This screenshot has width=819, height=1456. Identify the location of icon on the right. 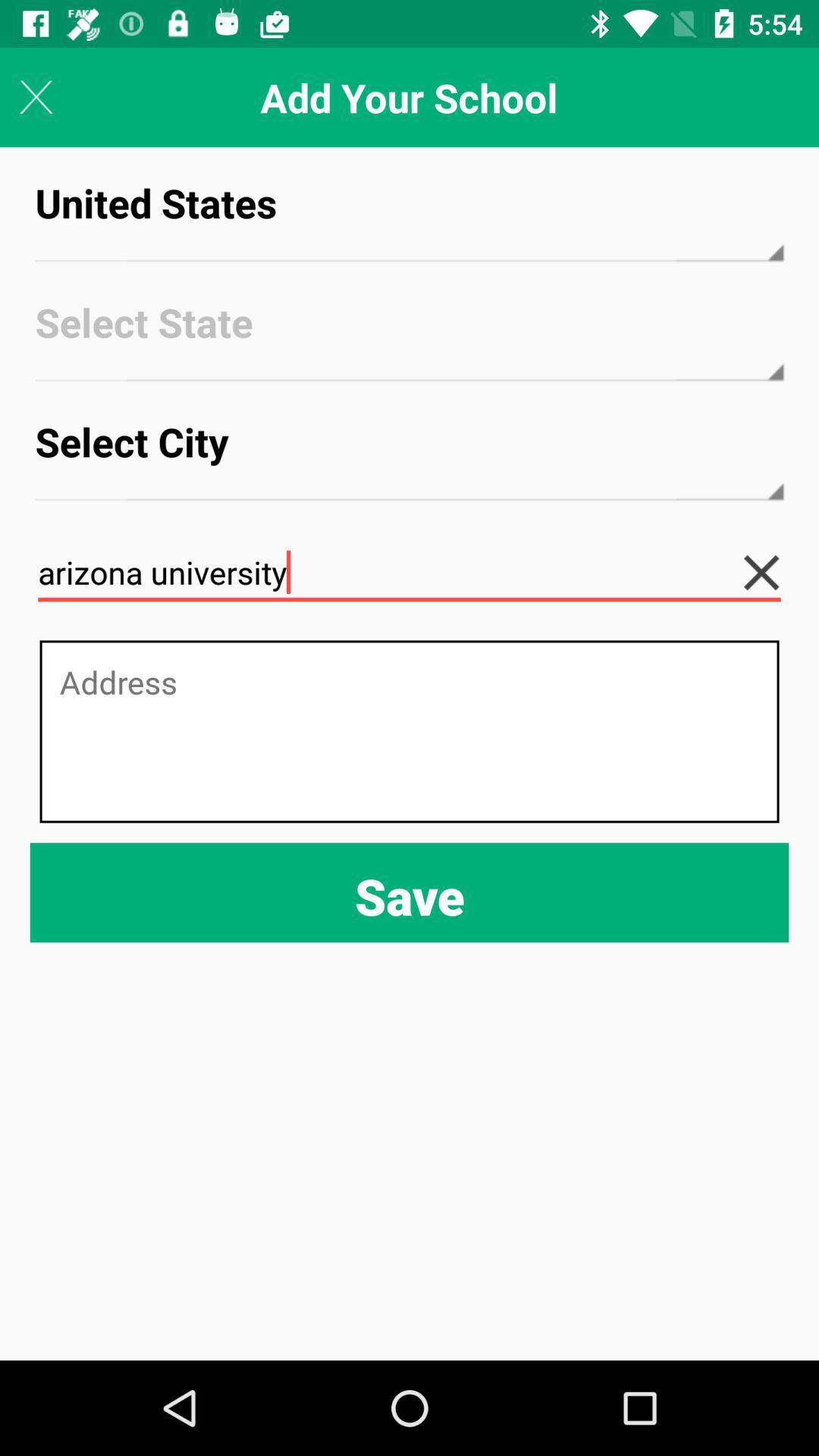
(773, 572).